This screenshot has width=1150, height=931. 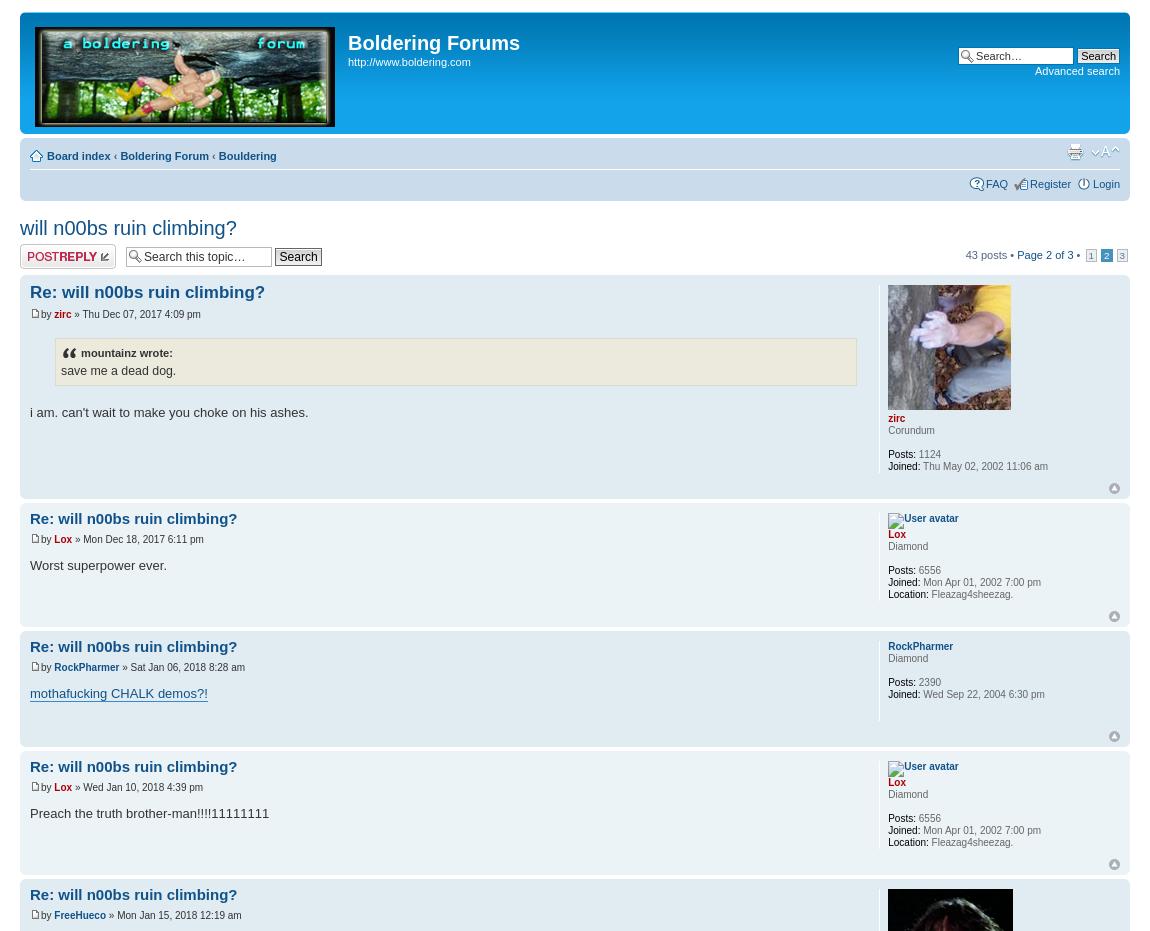 What do you see at coordinates (168, 411) in the screenshot?
I see `'i am. can't wait to make you choke on his ashes.'` at bounding box center [168, 411].